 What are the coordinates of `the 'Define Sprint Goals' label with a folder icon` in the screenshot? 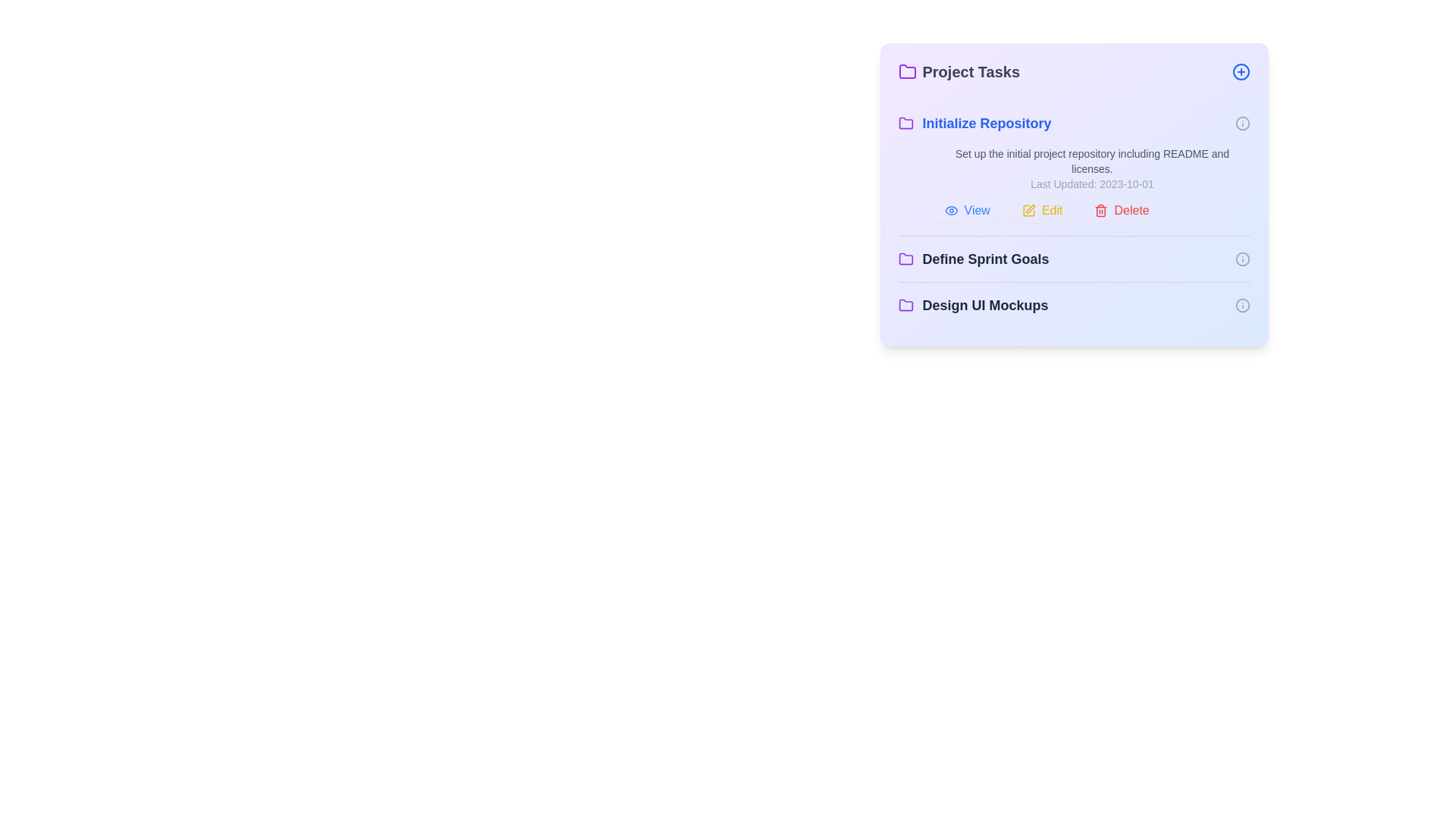 It's located at (974, 259).